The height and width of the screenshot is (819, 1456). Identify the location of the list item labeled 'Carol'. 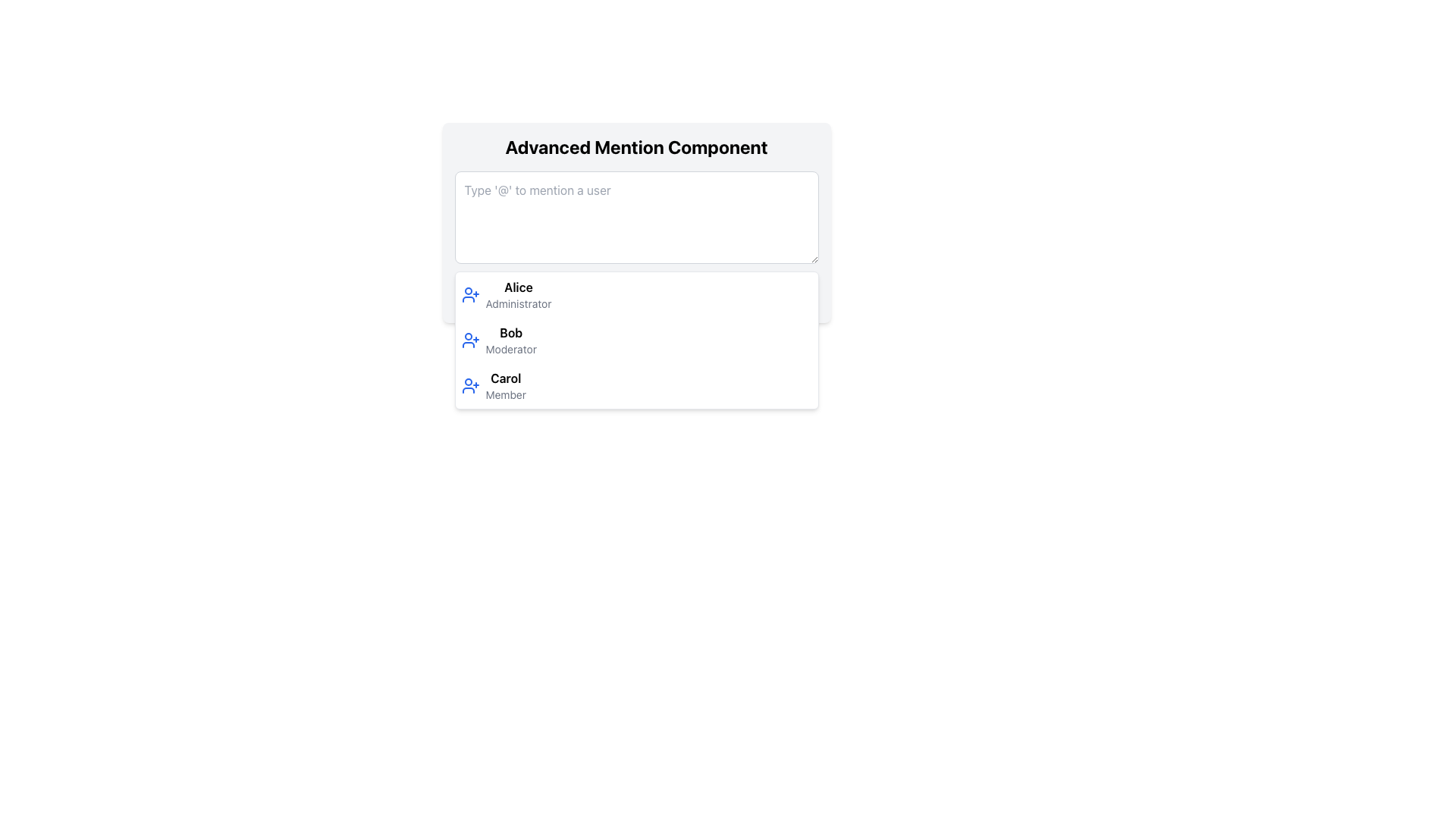
(506, 385).